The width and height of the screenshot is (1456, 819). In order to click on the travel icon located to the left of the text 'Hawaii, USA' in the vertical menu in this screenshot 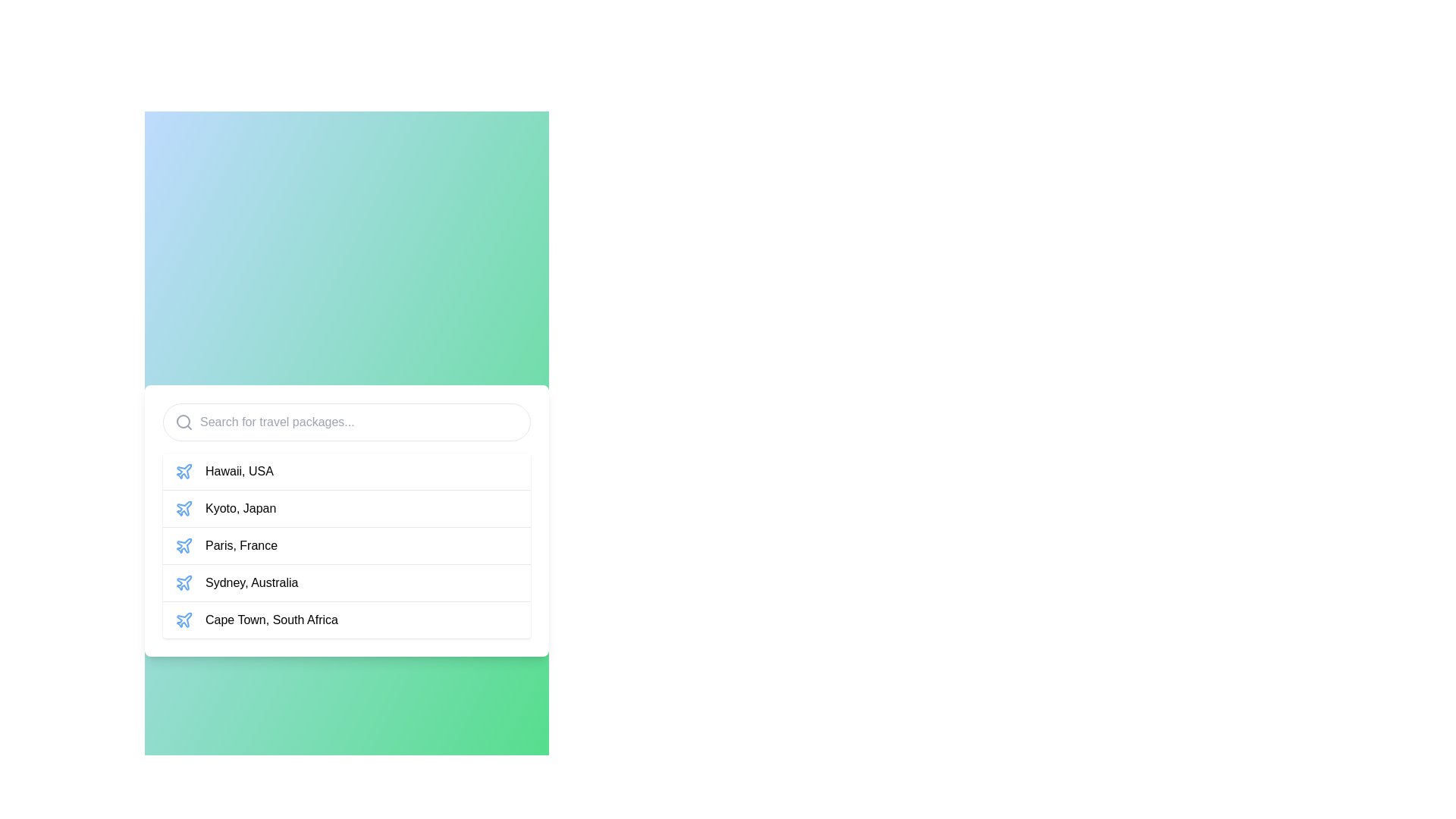, I will do `click(184, 470)`.